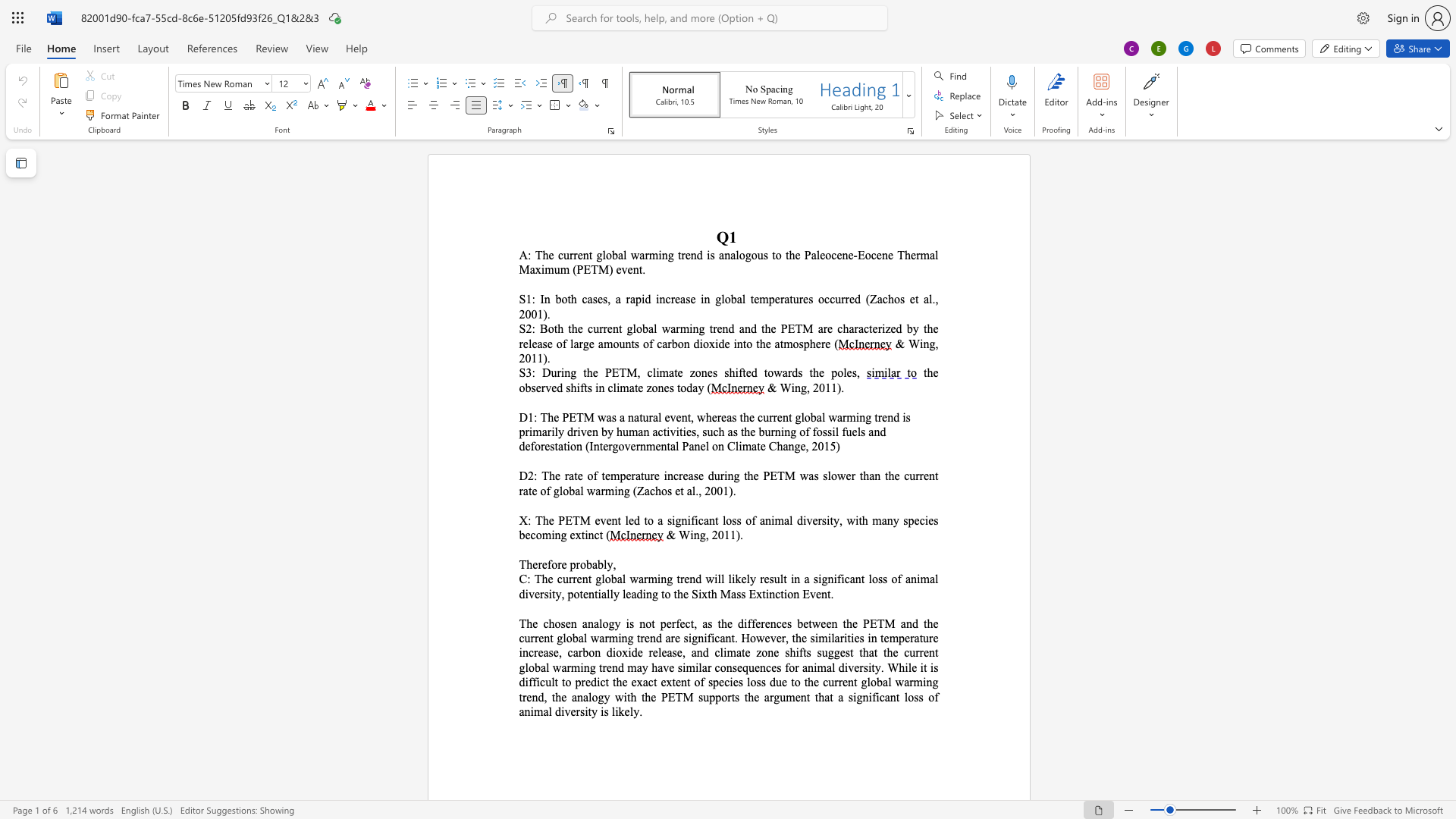 This screenshot has width=1456, height=819. What do you see at coordinates (634, 579) in the screenshot?
I see `the 1th character "w" in the text` at bounding box center [634, 579].